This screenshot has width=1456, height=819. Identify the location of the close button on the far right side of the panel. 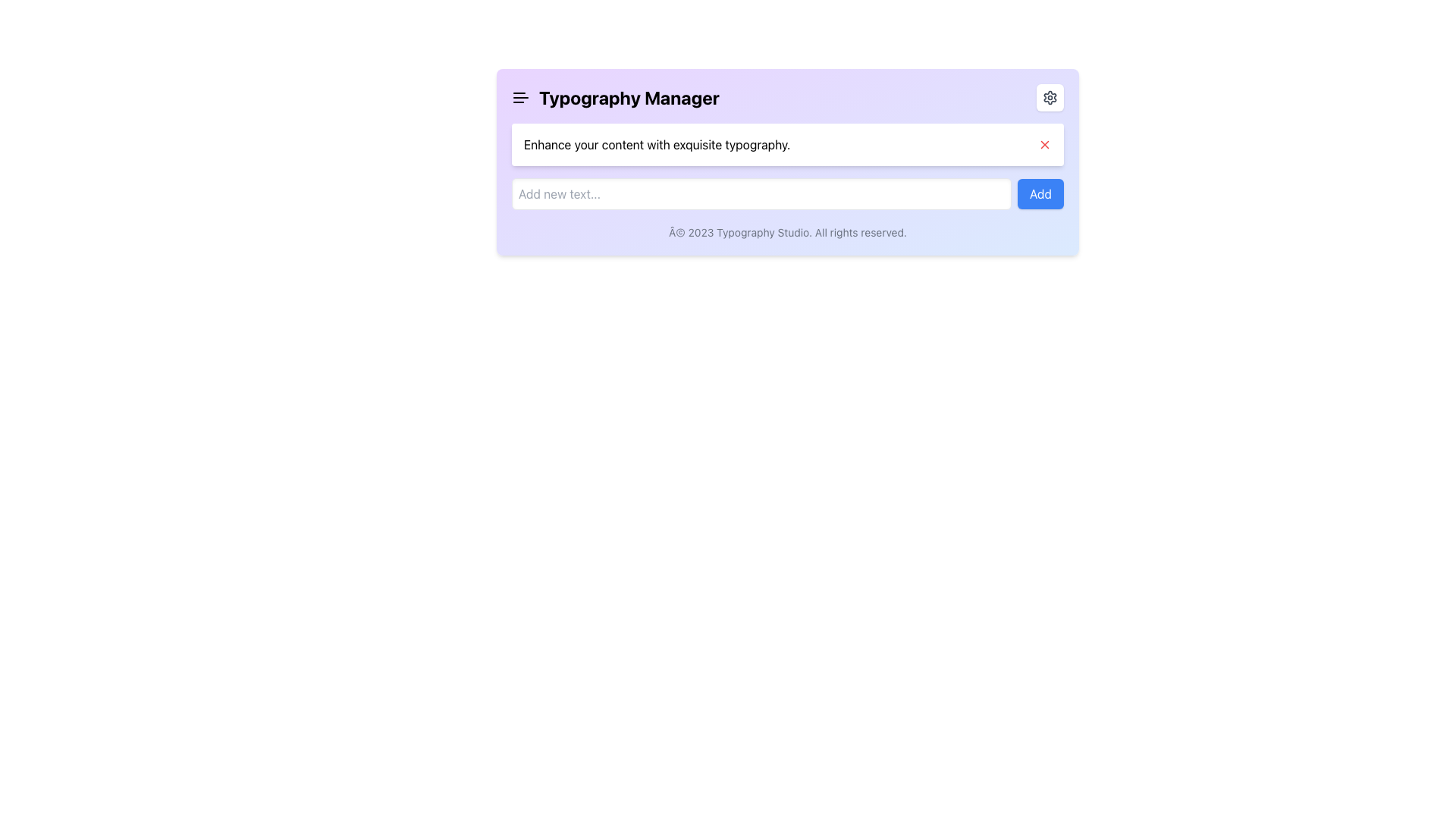
(1043, 145).